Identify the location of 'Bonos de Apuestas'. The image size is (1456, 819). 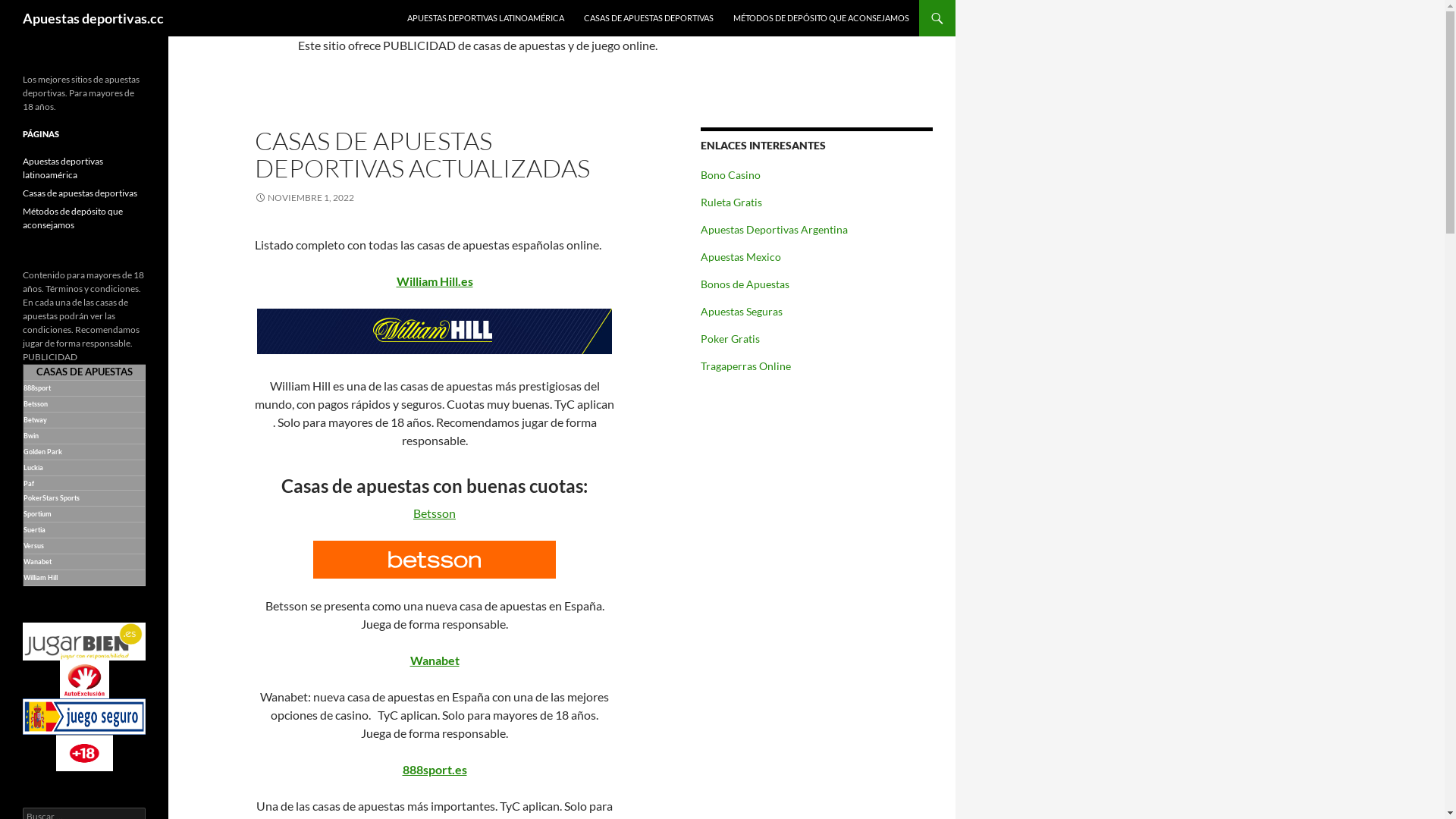
(745, 284).